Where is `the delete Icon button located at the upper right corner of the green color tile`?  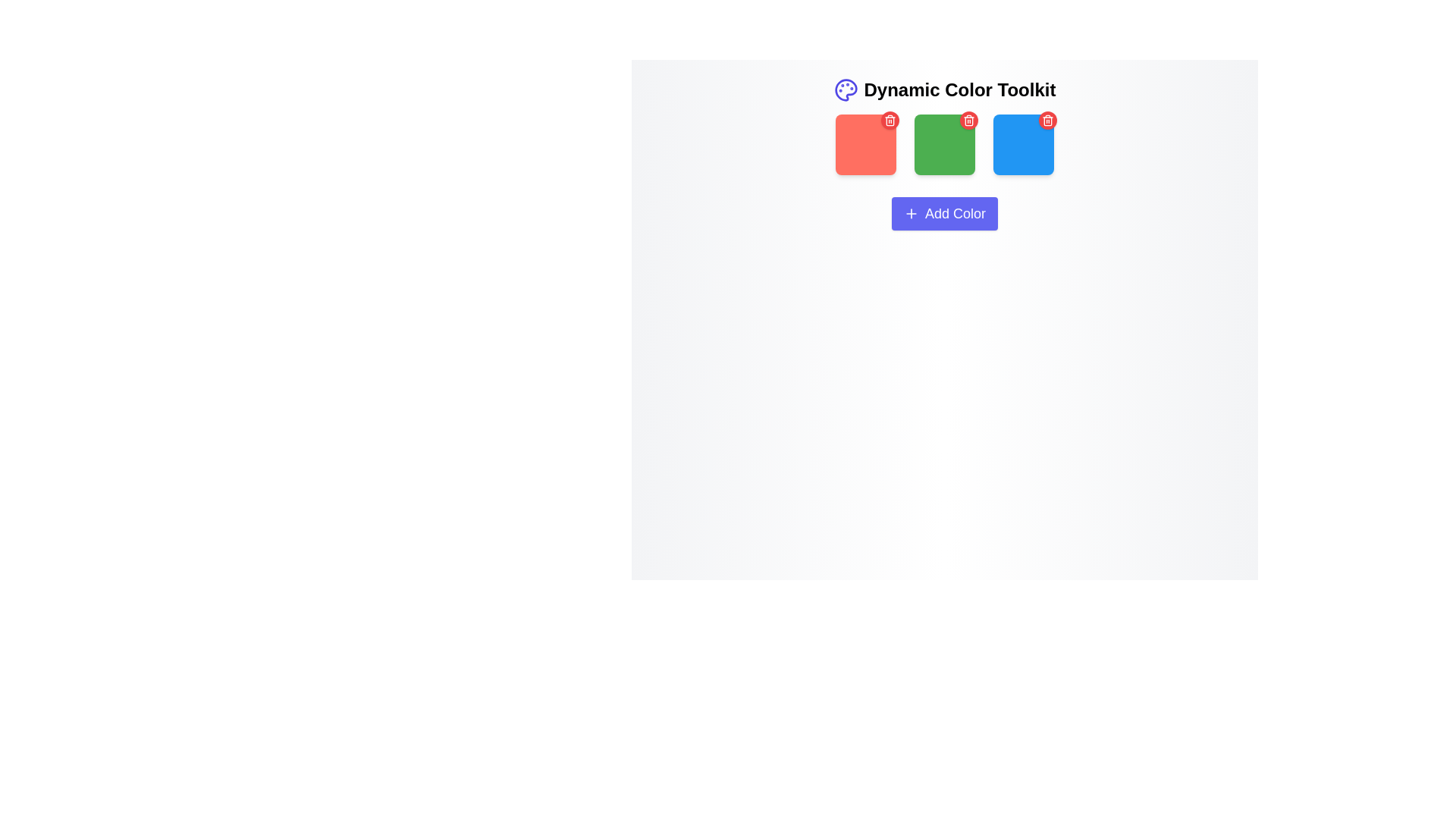
the delete Icon button located at the upper right corner of the green color tile is located at coordinates (968, 119).